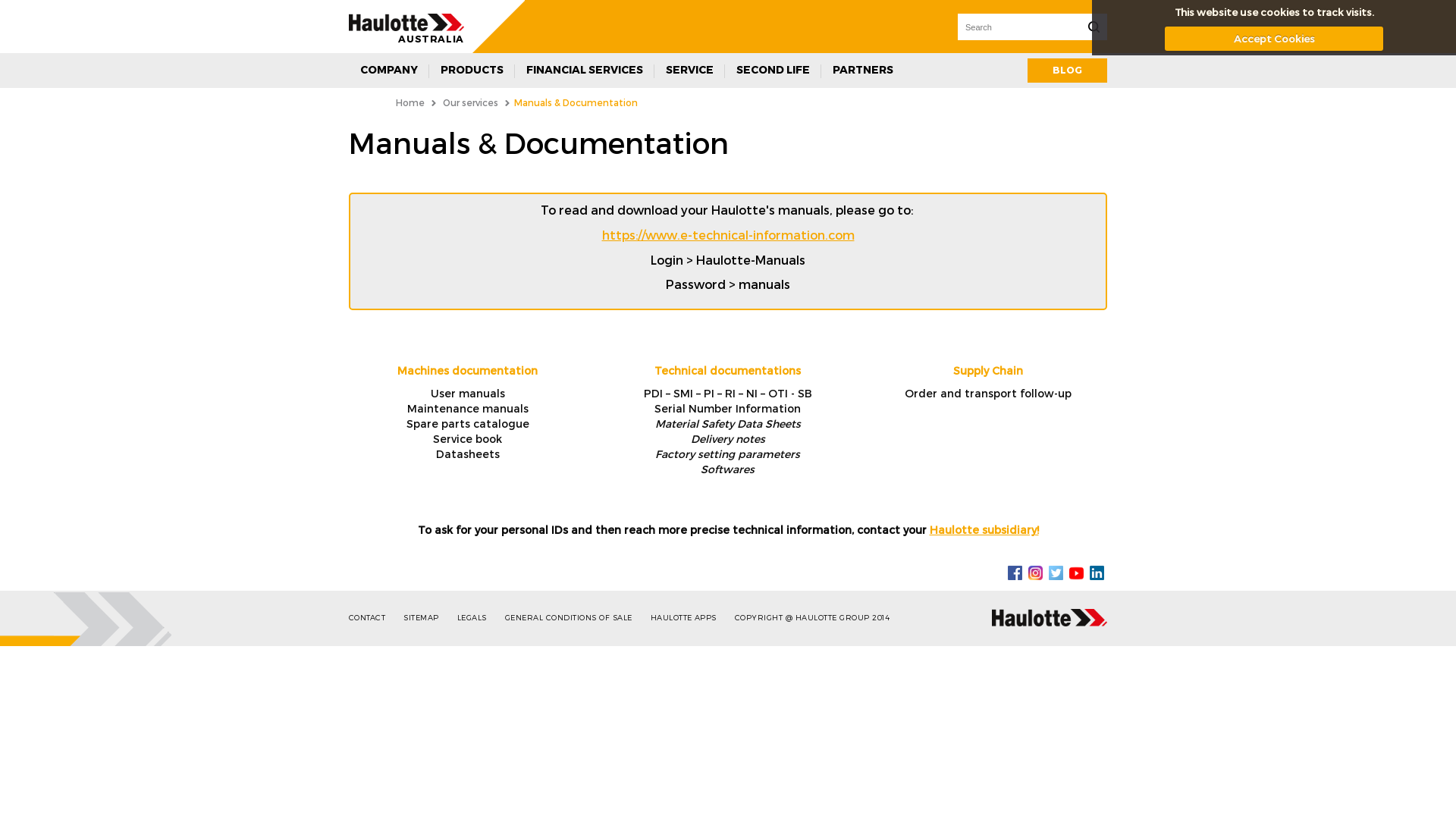 The height and width of the screenshot is (819, 1456). Describe the element at coordinates (1066, 70) in the screenshot. I see `'BLOG'` at that location.